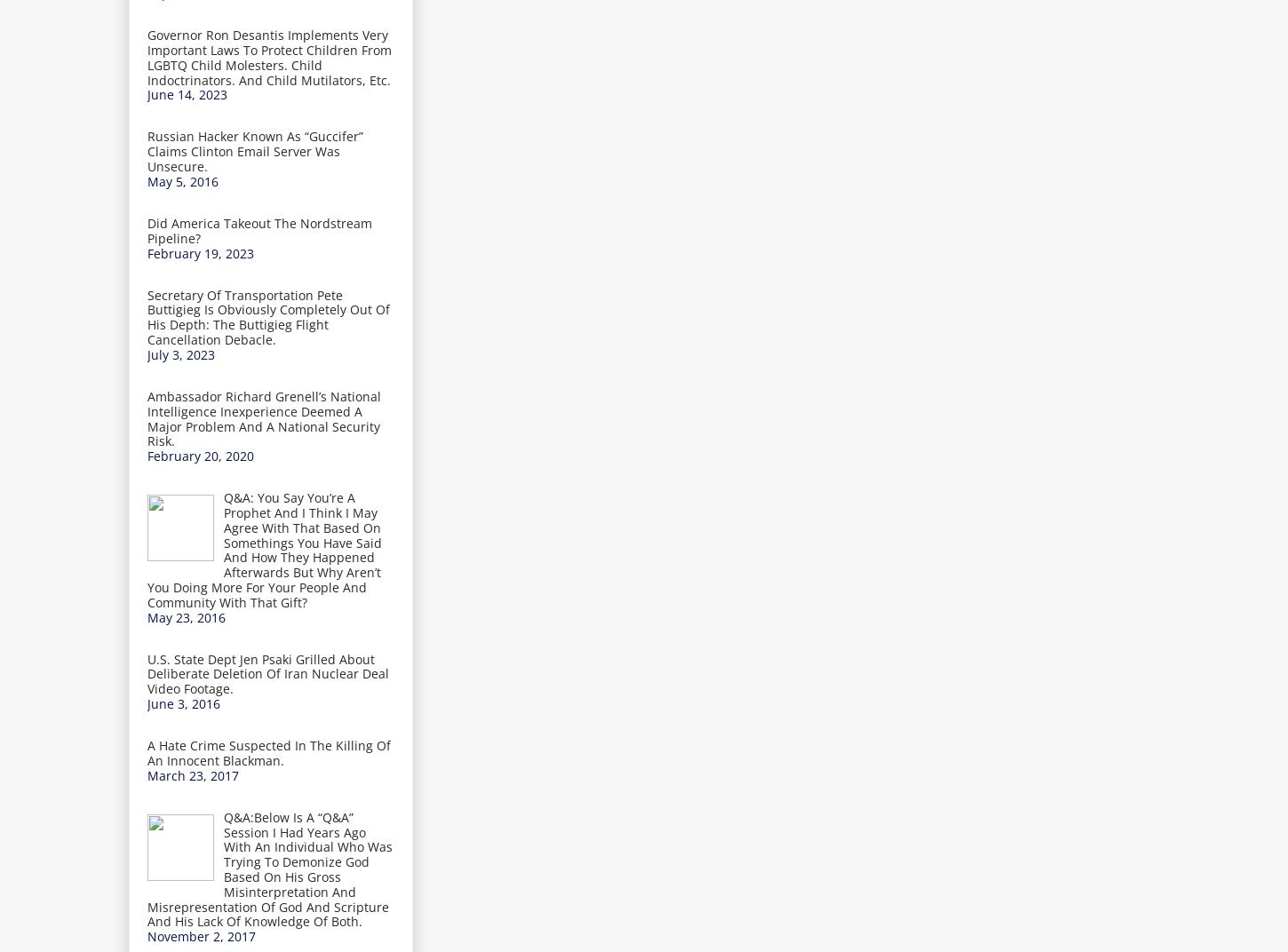 Image resolution: width=1288 pixels, height=952 pixels. What do you see at coordinates (147, 56) in the screenshot?
I see `'Governor Ron Desantis Implements Very Important Laws To Protect Children From LGBTQ Child Molesters. Child Indoctrinators. And Child Mutilators, Etc.'` at bounding box center [147, 56].